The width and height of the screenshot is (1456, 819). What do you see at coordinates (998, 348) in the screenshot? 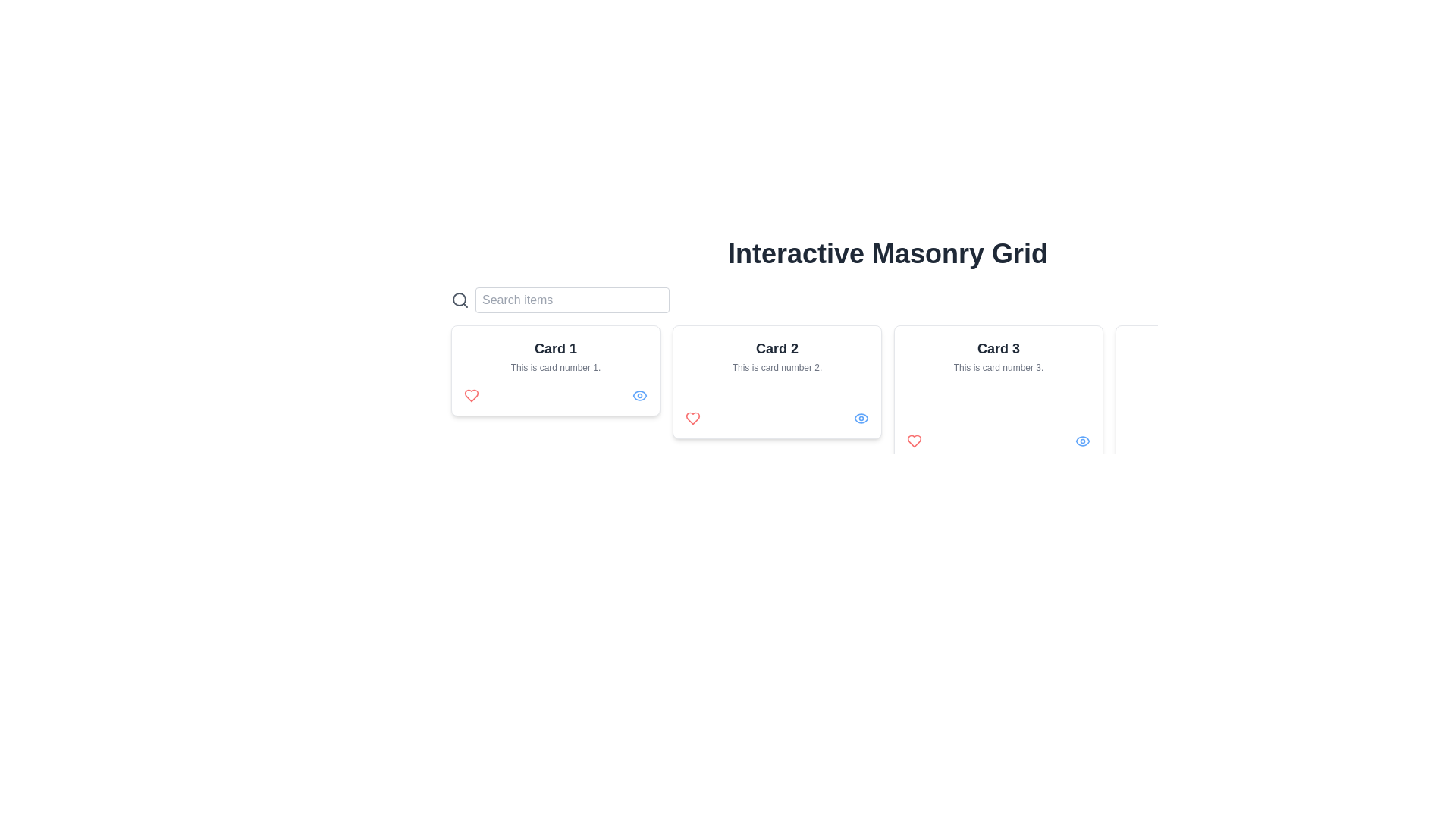
I see `the text label or header at the center of the third card in the horizontal grid` at bounding box center [998, 348].